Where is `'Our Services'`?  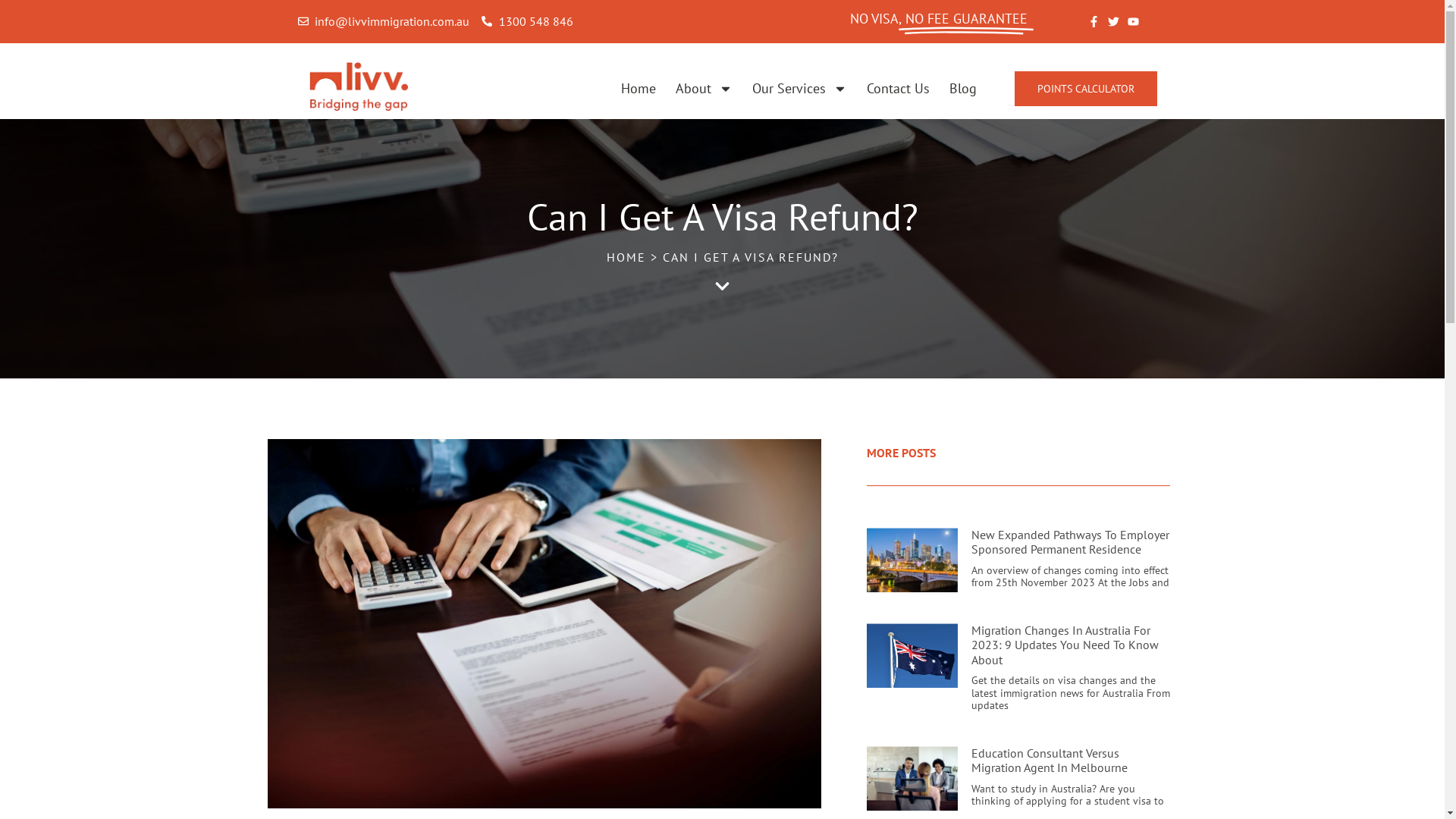 'Our Services' is located at coordinates (799, 89).